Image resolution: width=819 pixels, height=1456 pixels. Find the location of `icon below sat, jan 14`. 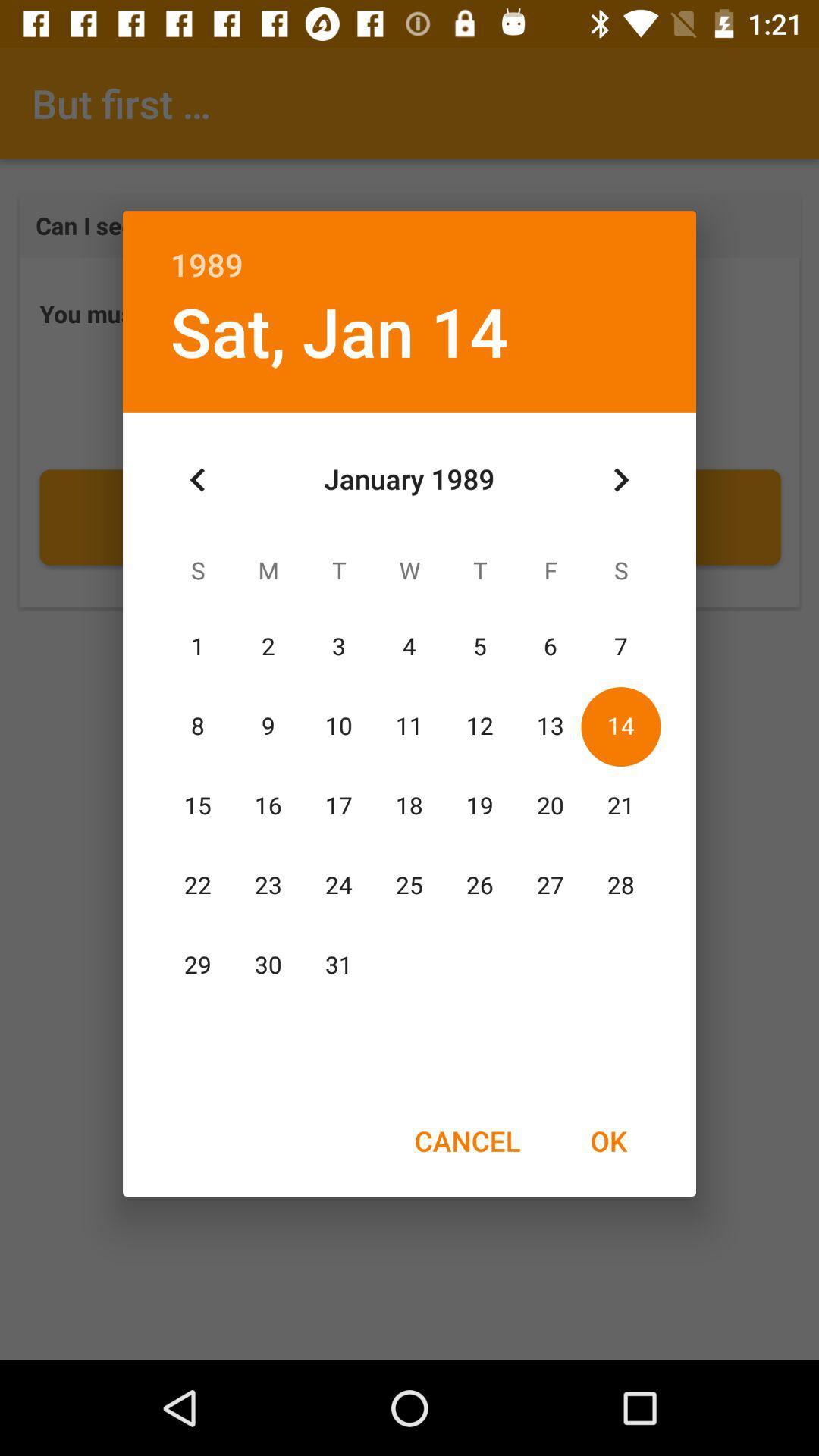

icon below sat, jan 14 is located at coordinates (197, 479).